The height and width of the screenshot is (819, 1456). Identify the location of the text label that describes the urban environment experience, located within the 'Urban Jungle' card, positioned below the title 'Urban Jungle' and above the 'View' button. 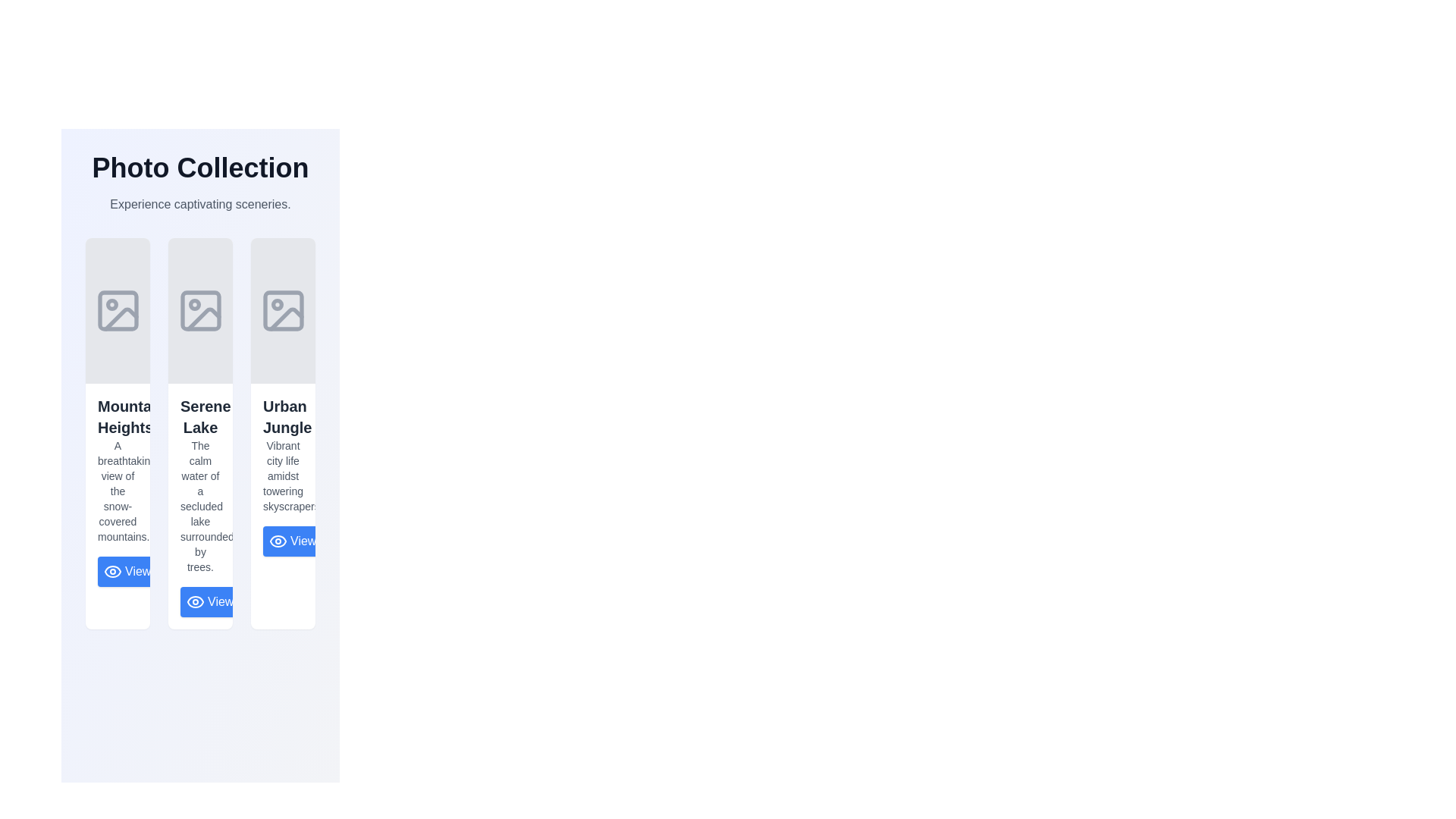
(283, 475).